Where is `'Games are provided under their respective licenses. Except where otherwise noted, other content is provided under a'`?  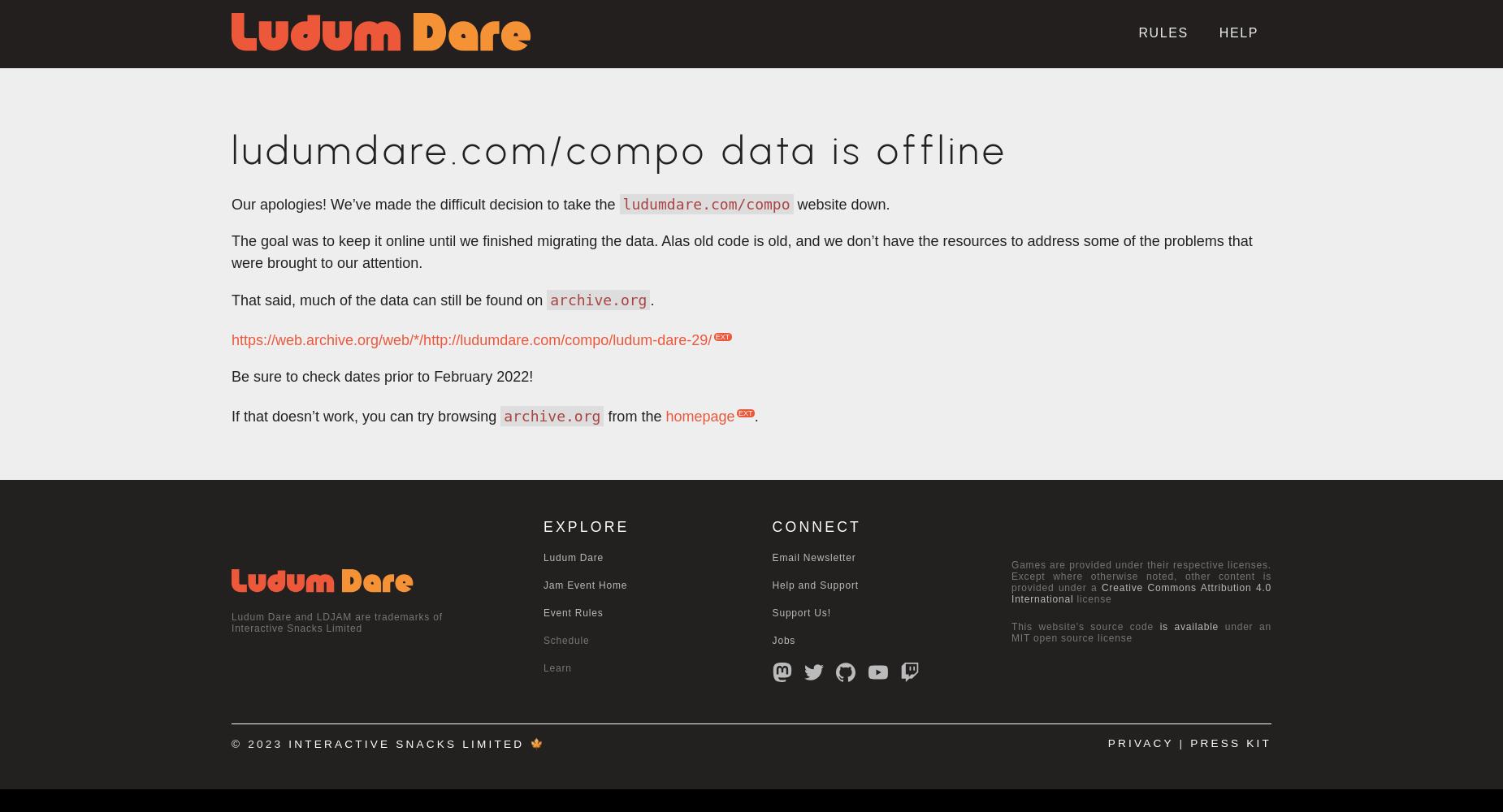 'Games are provided under their respective licenses. Except where otherwise noted, other content is provided under a' is located at coordinates (1141, 576).